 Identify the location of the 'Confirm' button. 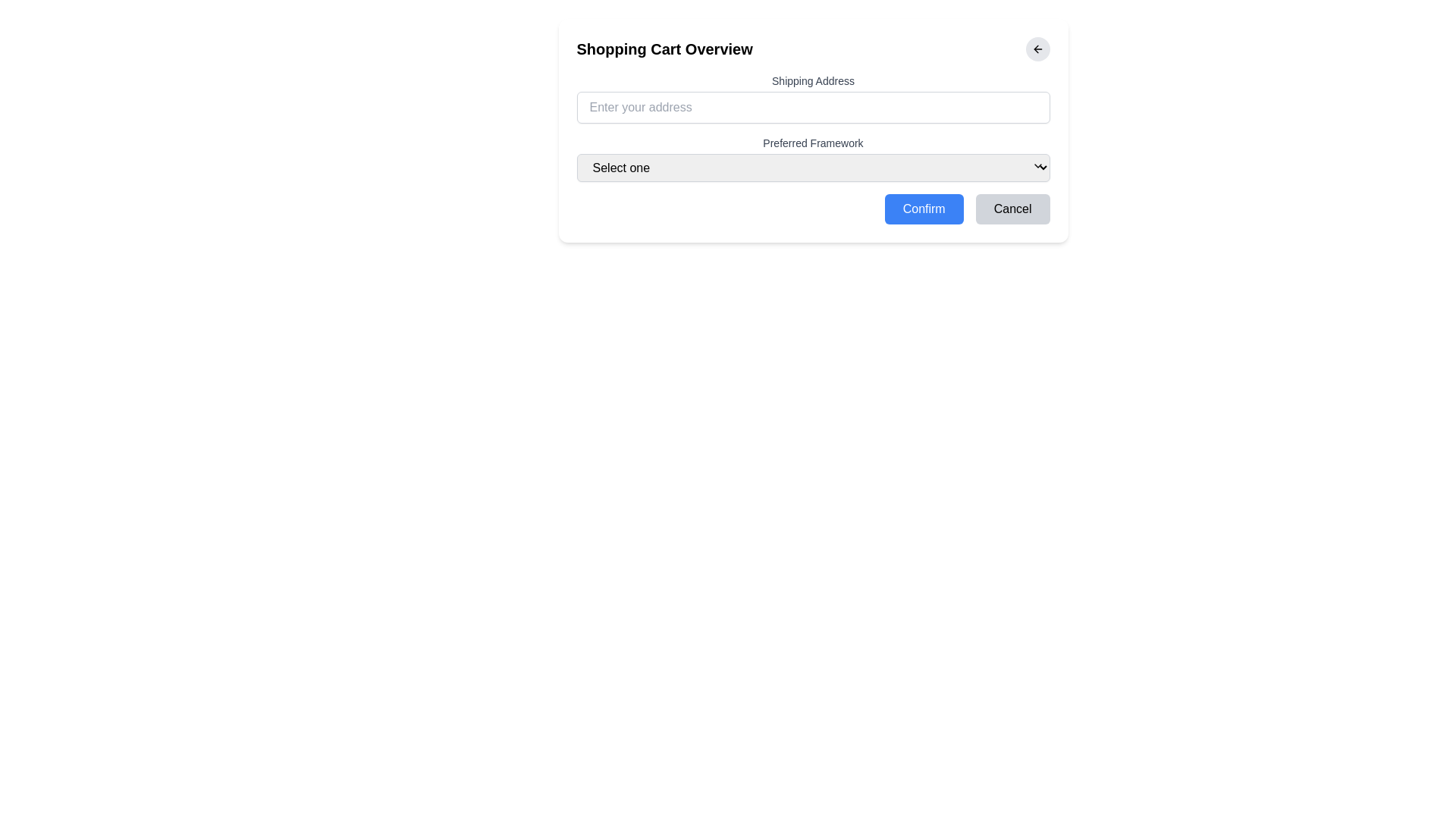
(923, 209).